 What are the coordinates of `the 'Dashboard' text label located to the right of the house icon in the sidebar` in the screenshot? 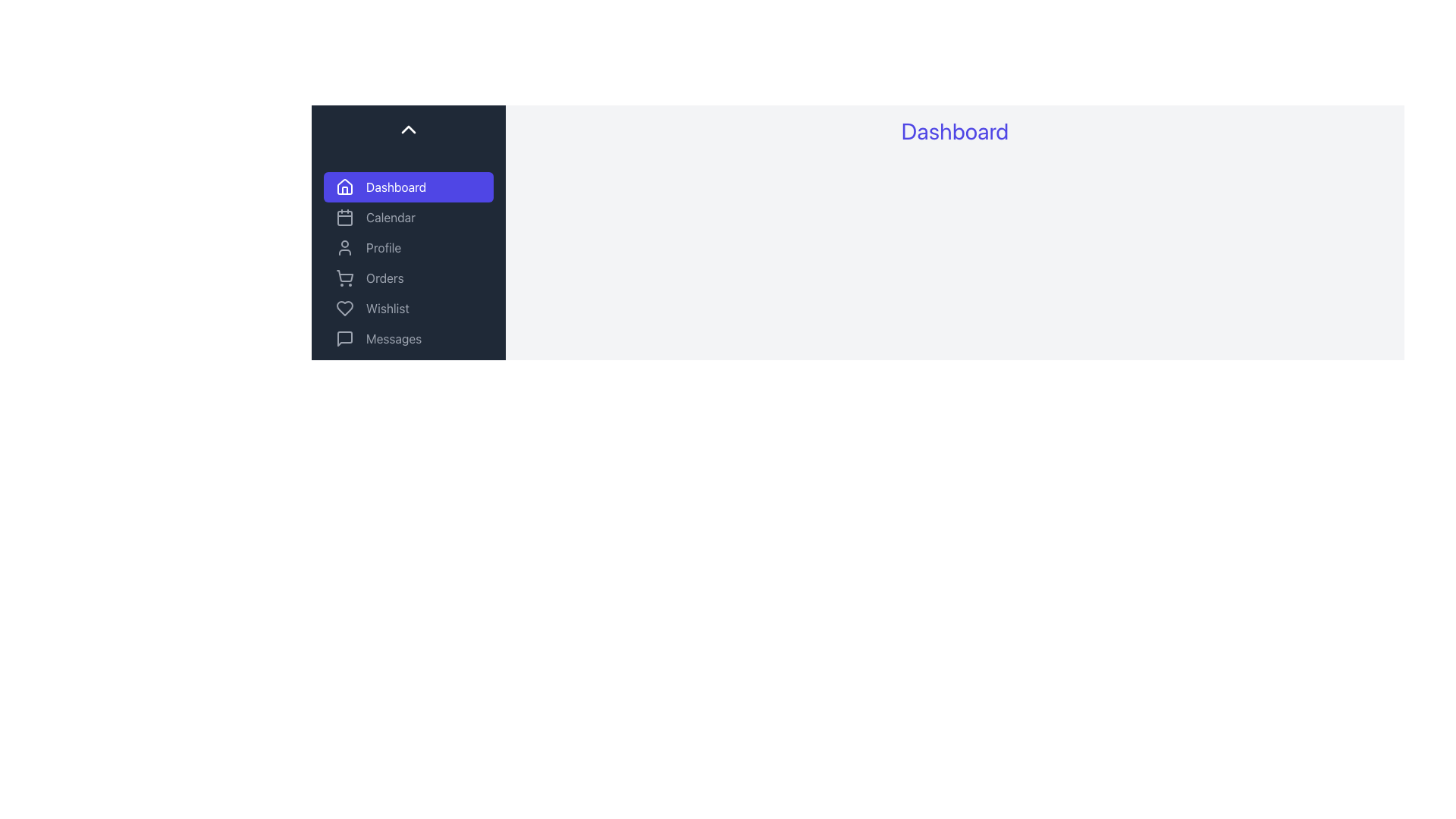 It's located at (396, 186).